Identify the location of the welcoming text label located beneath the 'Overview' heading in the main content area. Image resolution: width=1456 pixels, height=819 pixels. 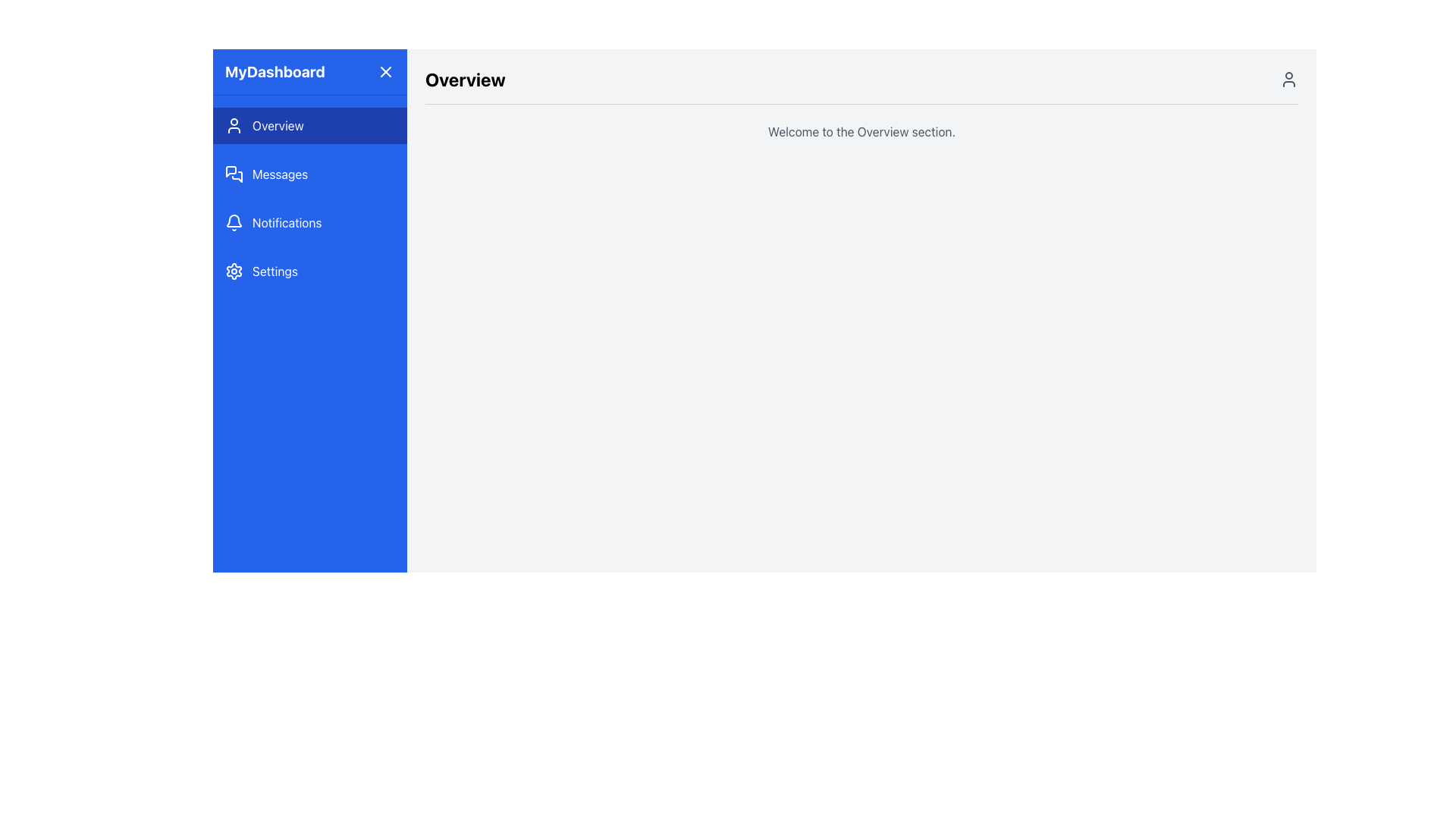
(861, 130).